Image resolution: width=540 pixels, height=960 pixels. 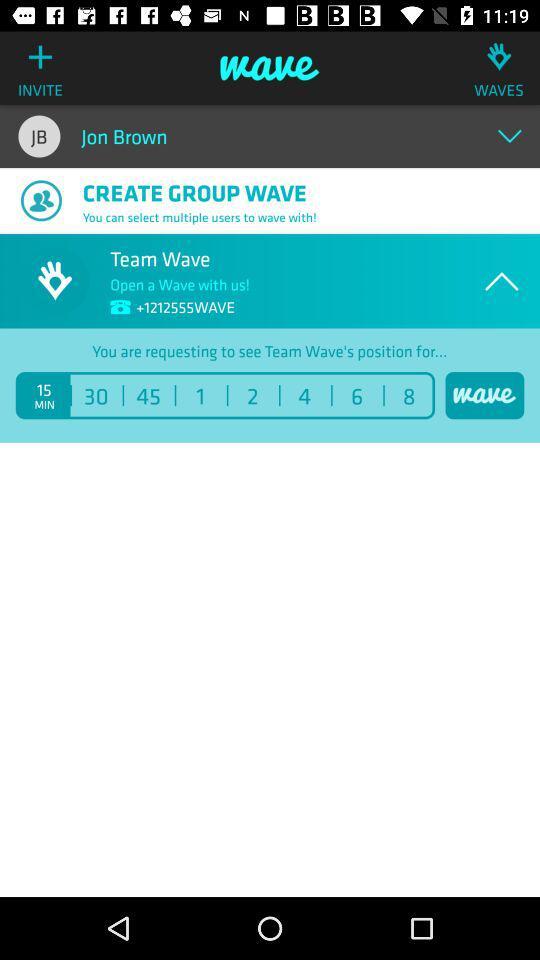 I want to click on icon to the right of invite, so click(x=270, y=68).